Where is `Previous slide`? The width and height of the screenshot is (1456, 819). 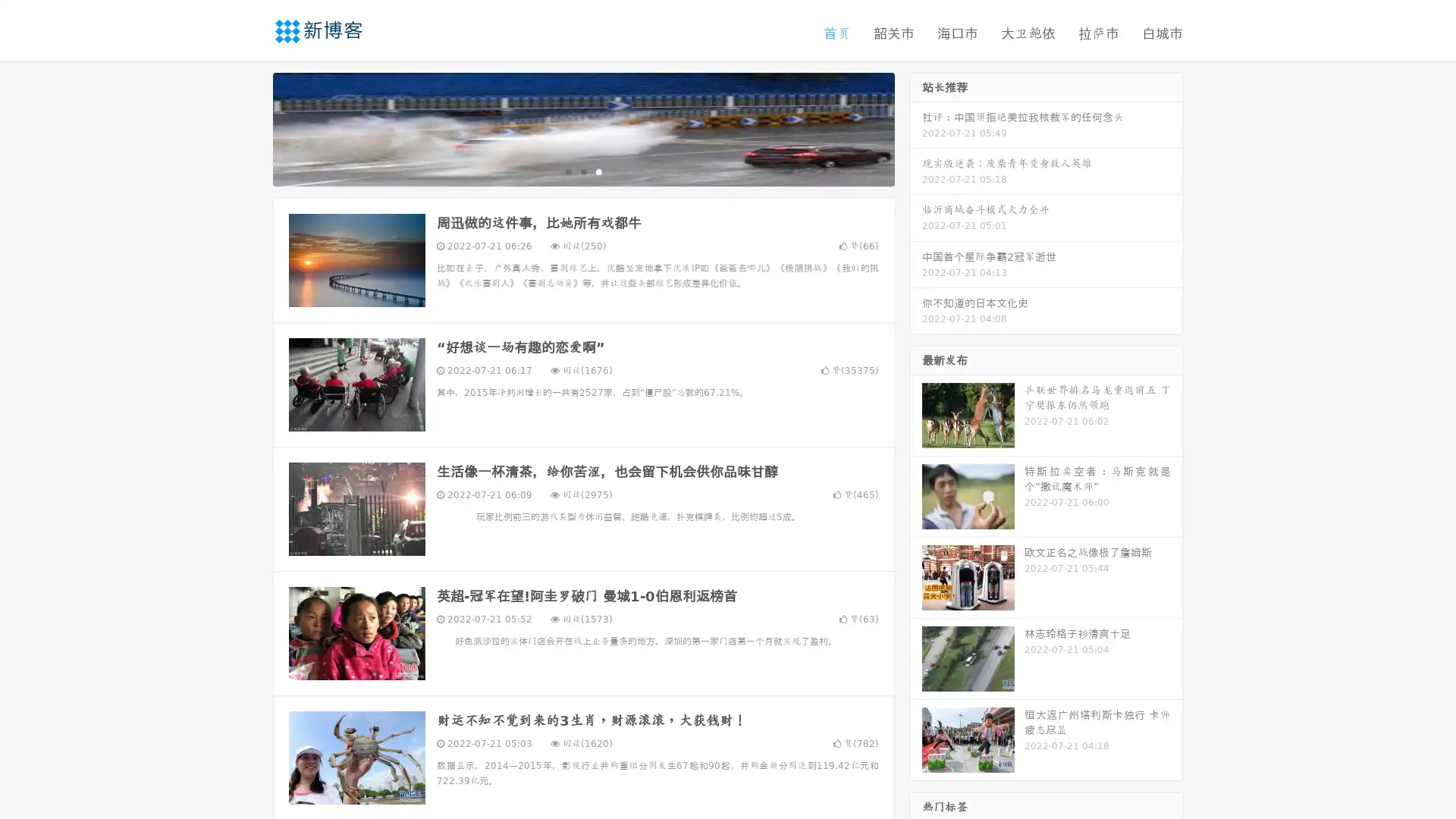 Previous slide is located at coordinates (250, 127).